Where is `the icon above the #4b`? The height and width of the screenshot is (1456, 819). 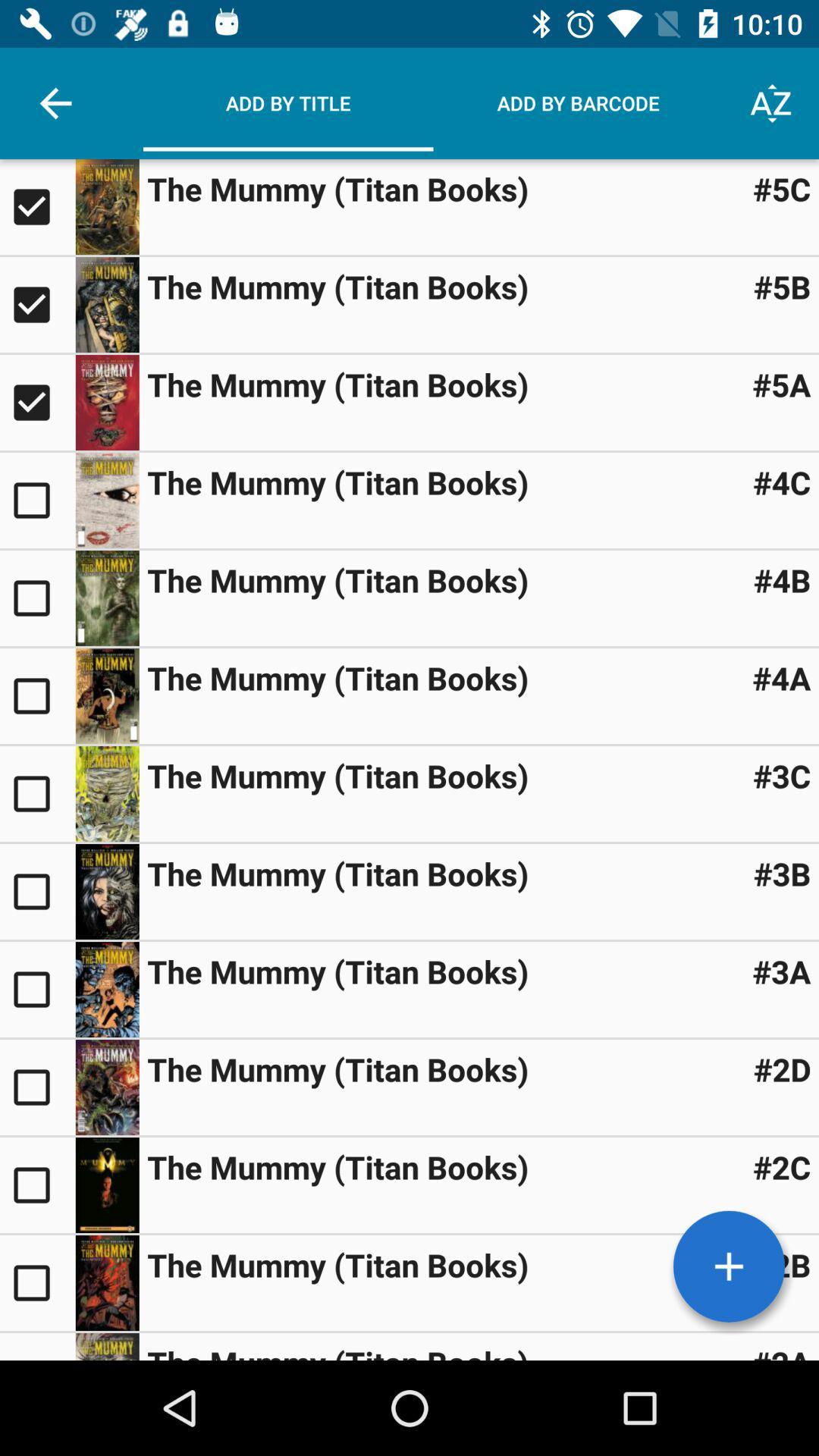 the icon above the #4b is located at coordinates (782, 481).